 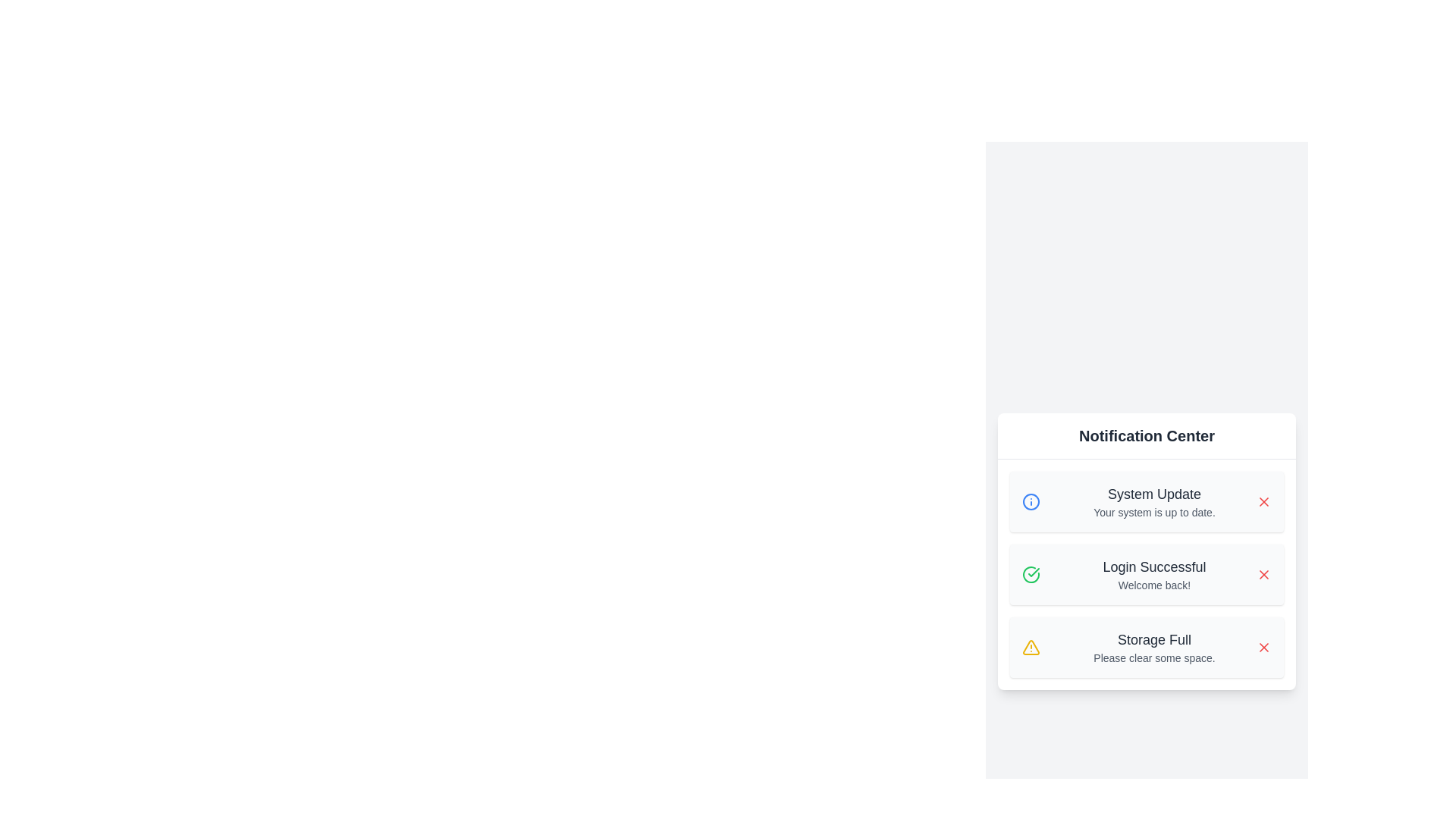 What do you see at coordinates (1263, 647) in the screenshot?
I see `the small cross icon (SVG) at the right end of the 'System Update' notification card` at bounding box center [1263, 647].